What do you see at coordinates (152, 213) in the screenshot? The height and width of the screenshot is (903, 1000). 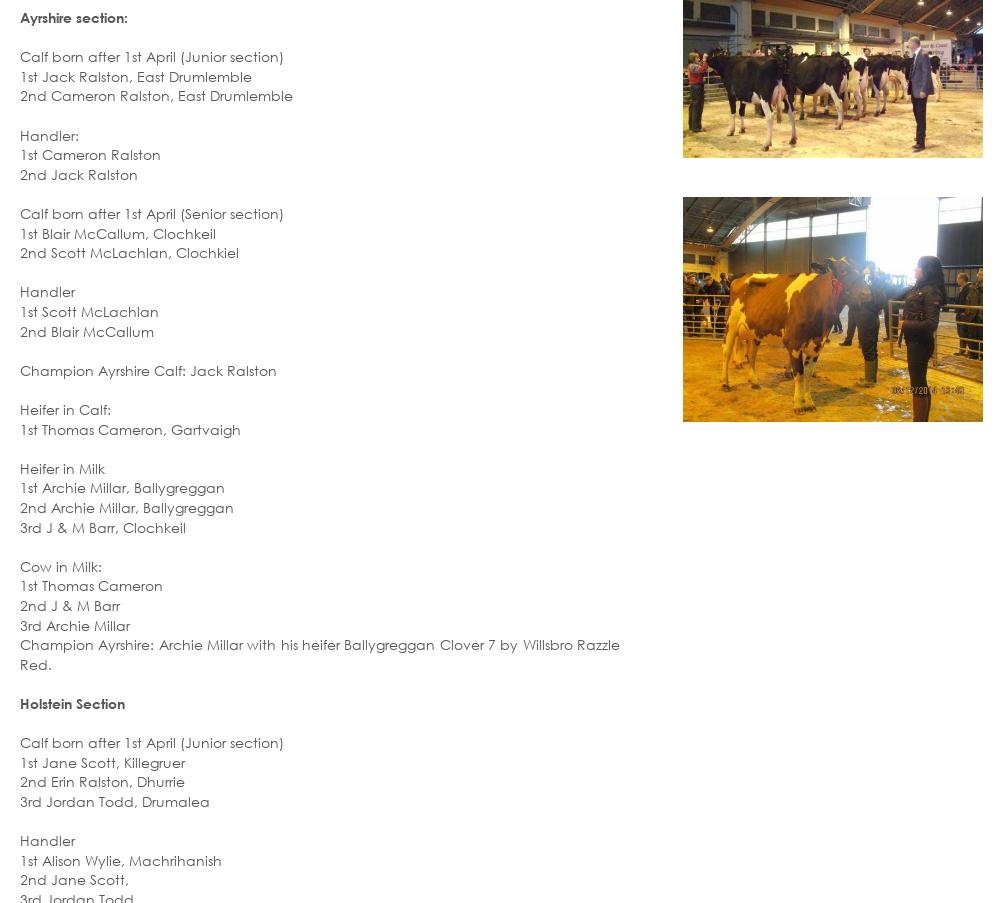 I see `'Calf born after 1st April (Senior section)'` at bounding box center [152, 213].